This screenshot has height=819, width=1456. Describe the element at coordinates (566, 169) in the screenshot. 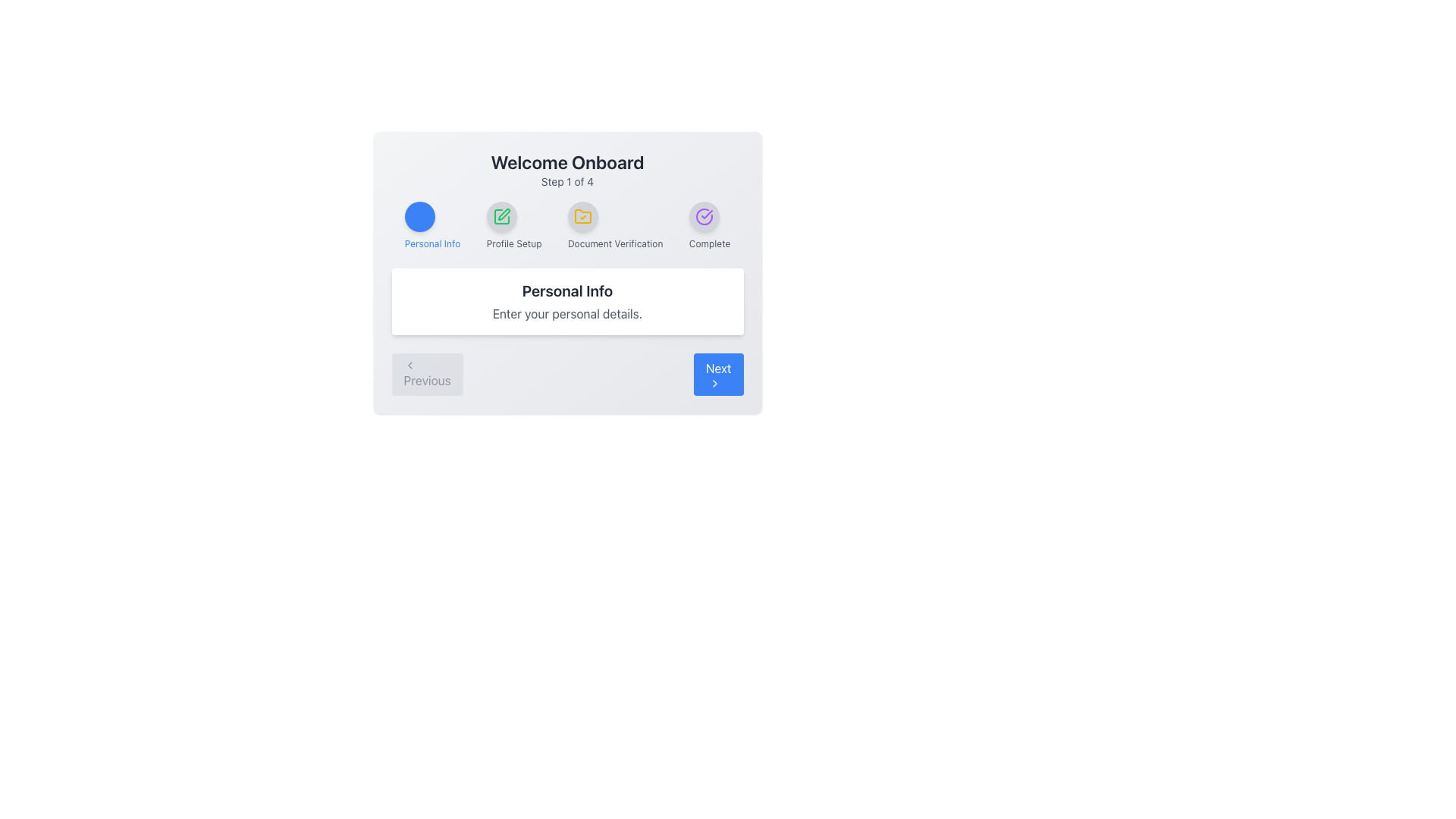

I see `the header text element that displays 'Welcome Onboard' and 'Step 1 of 4', which is located at the top-center of the card` at that location.